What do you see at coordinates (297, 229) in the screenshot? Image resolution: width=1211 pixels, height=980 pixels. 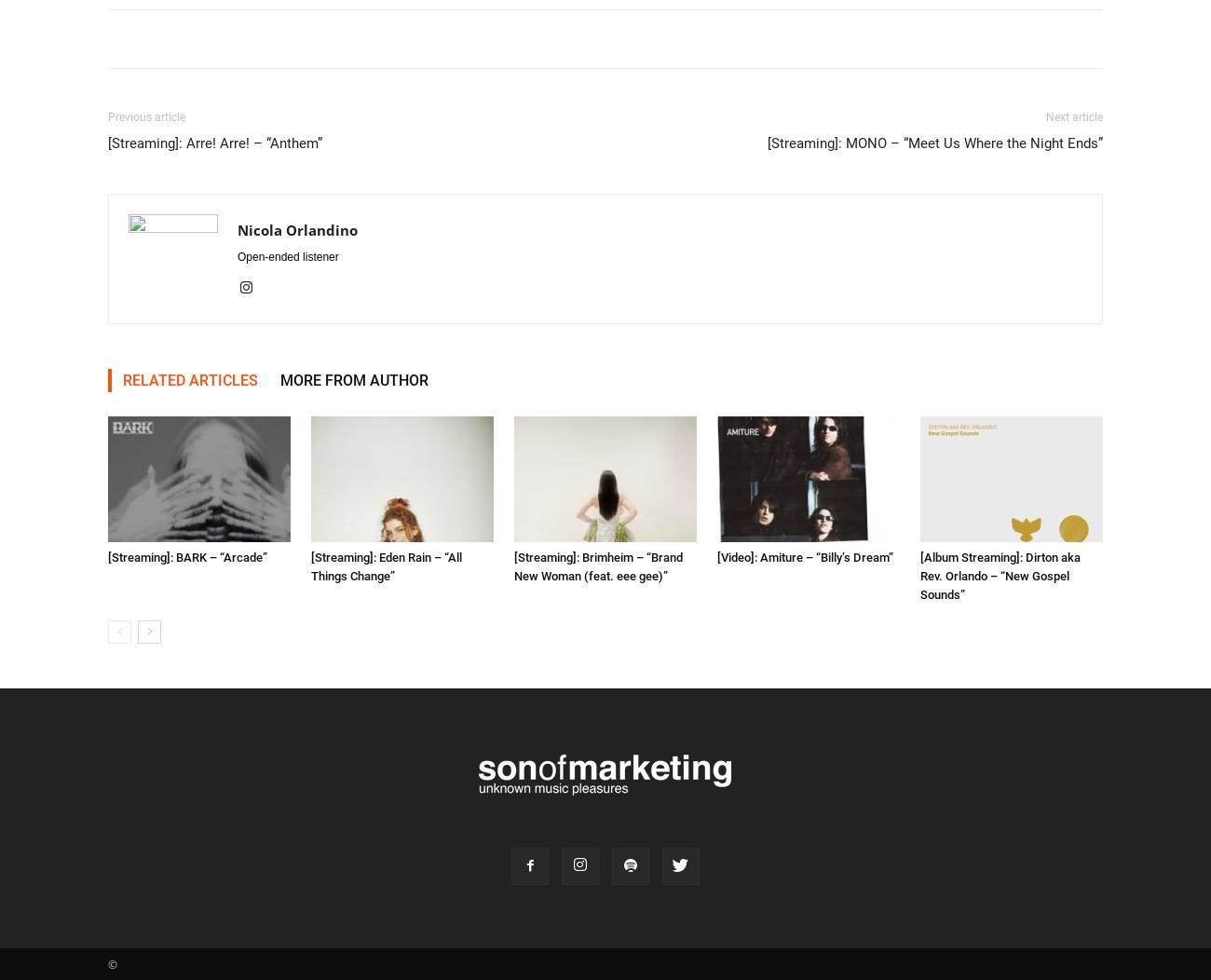 I see `'Nicola Orlandino'` at bounding box center [297, 229].